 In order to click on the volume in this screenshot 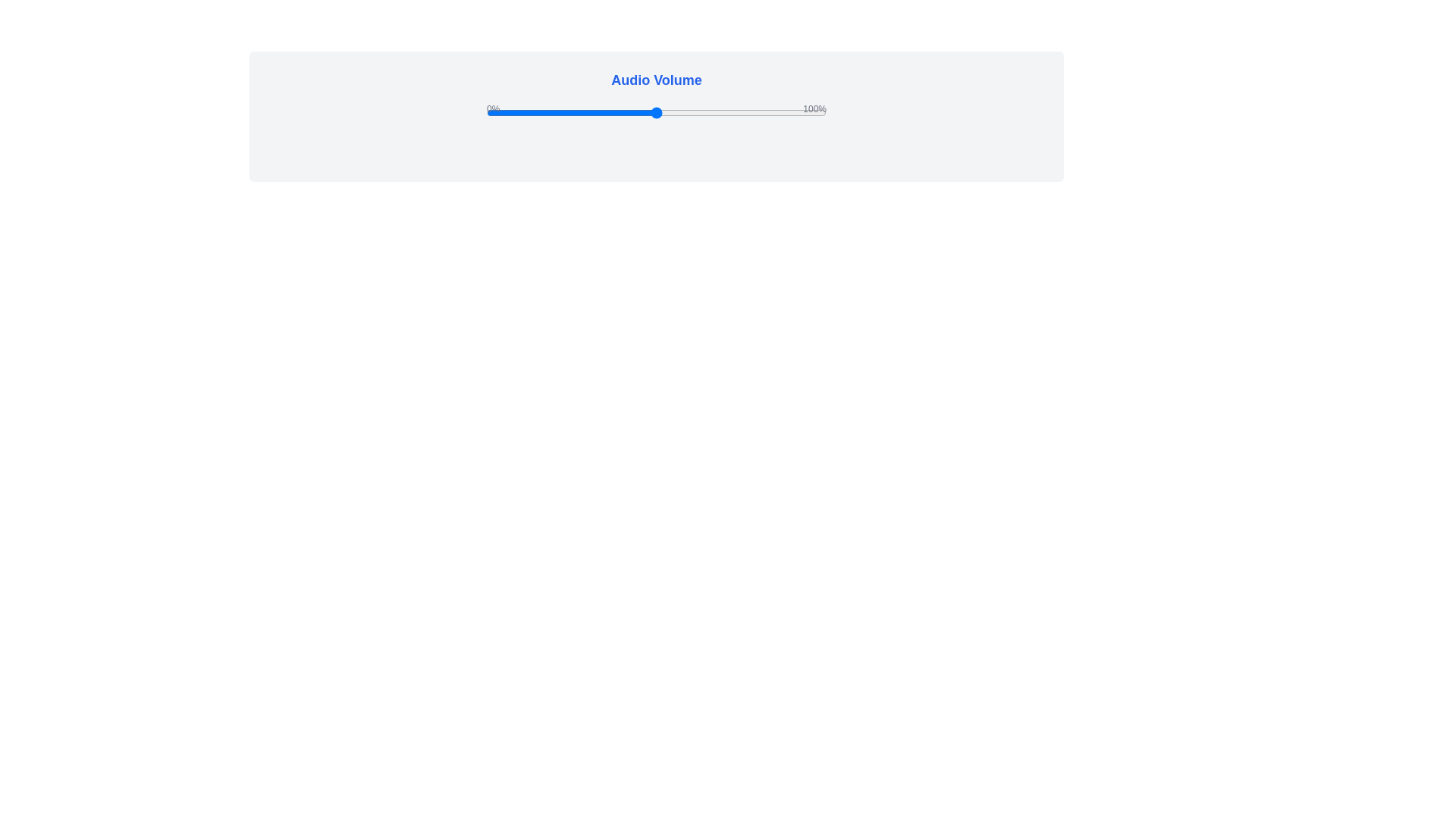, I will do `click(772, 112)`.